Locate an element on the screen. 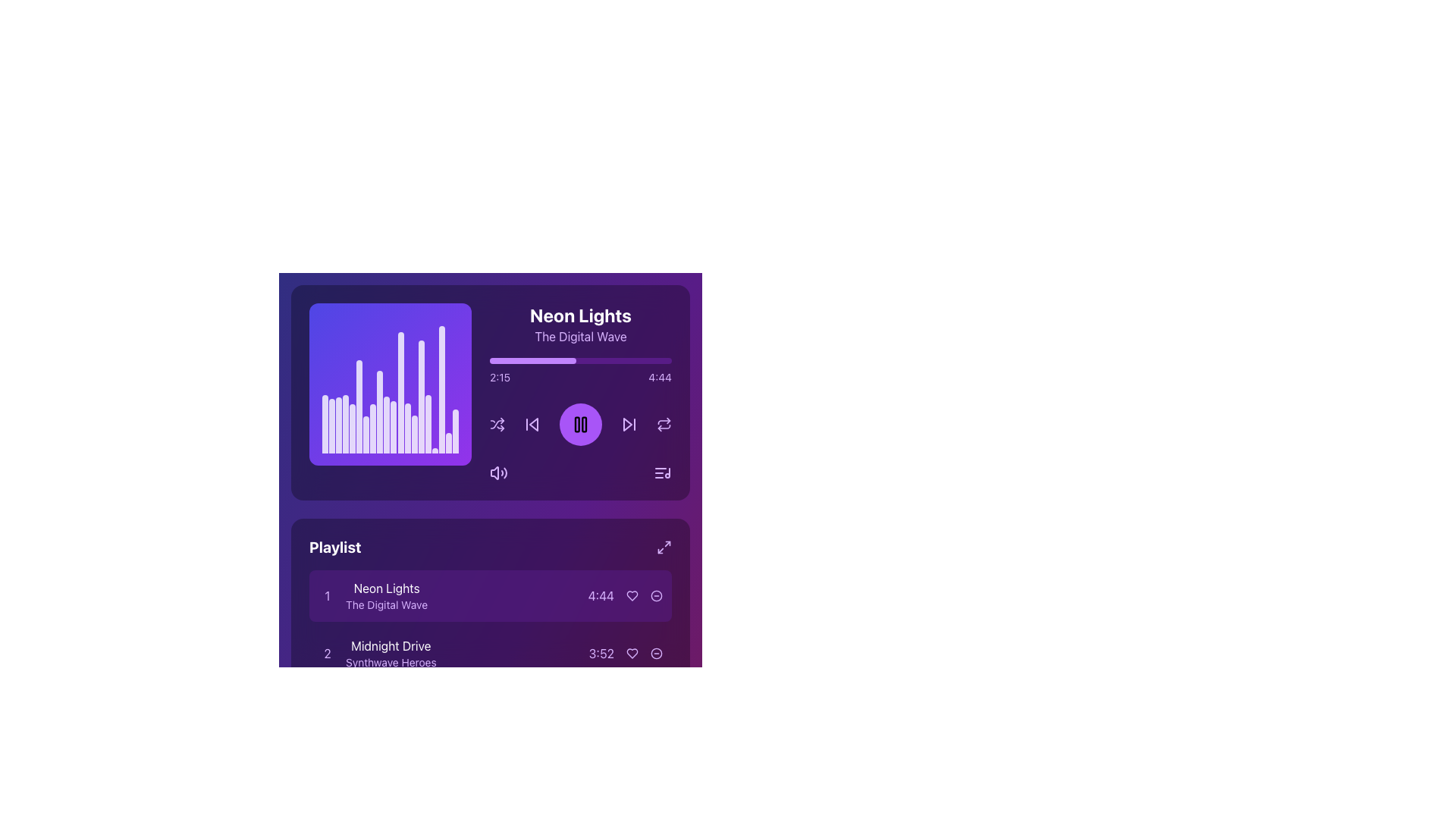  the pause toggle button located centrally within the purple circular button at the bottom-right section of the media player header is located at coordinates (580, 424).